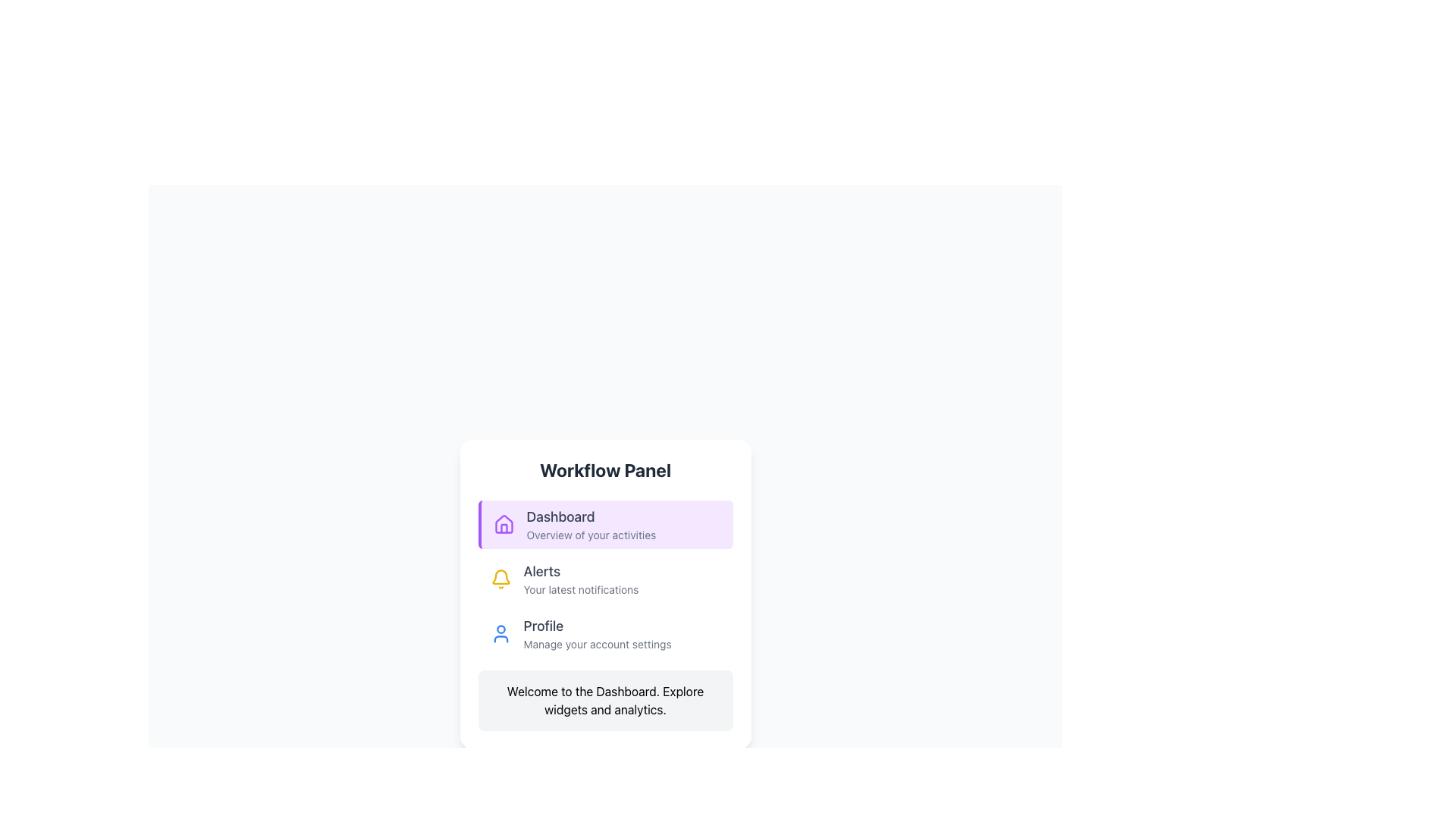  I want to click on the static text label that describes the 'Profile' section, which is located beneath the 'Profile' title text in the lower part of the Profile section, so click(597, 644).